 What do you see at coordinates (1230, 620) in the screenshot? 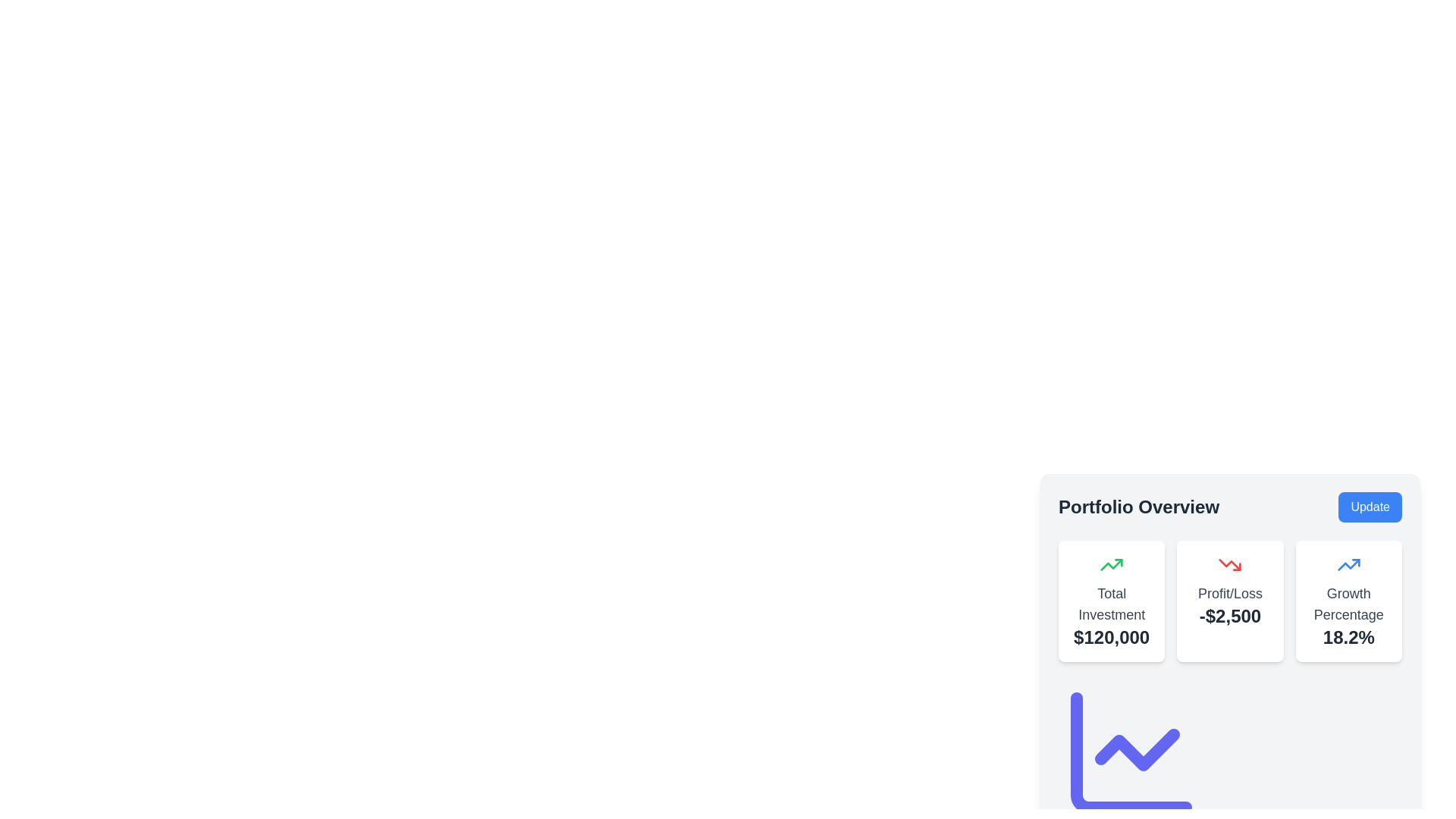
I see `displayed information from the Informational Widget titled 'Portfolio Overview', which contains an 'Update' button and investment metrics` at bounding box center [1230, 620].